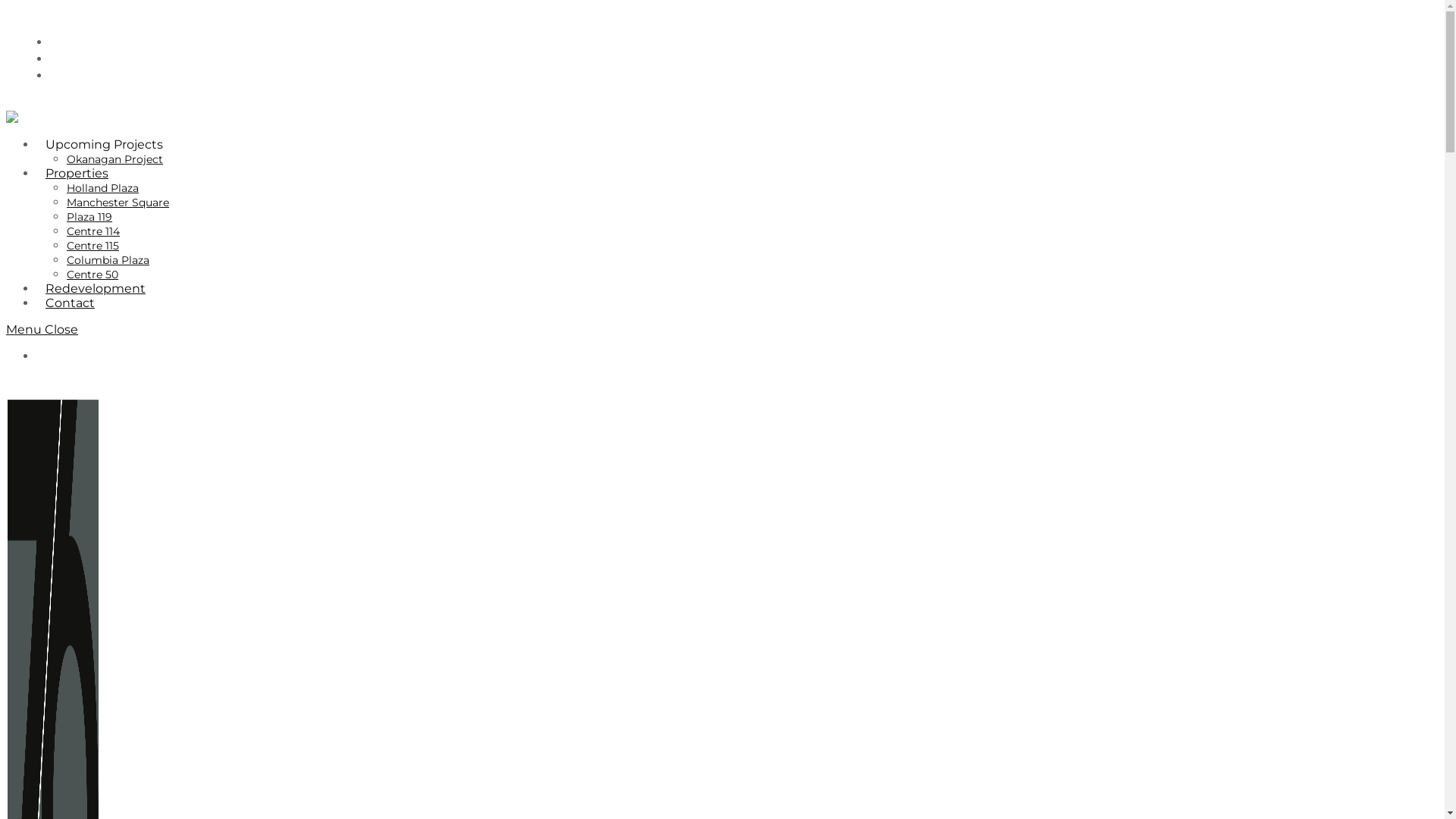  I want to click on 'Manchester Square', so click(117, 201).